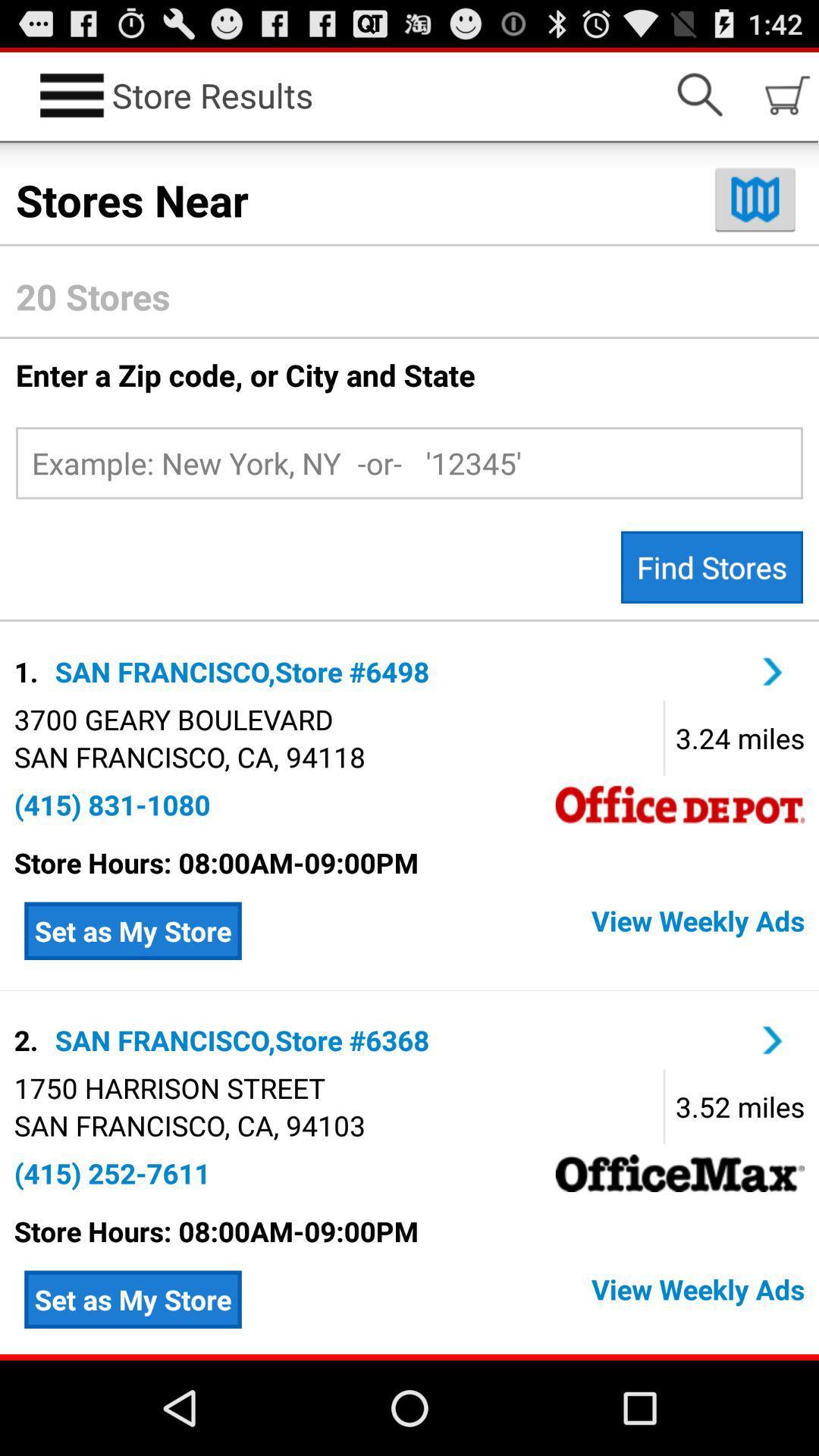 The height and width of the screenshot is (1456, 819). What do you see at coordinates (755, 199) in the screenshot?
I see `open a map` at bounding box center [755, 199].